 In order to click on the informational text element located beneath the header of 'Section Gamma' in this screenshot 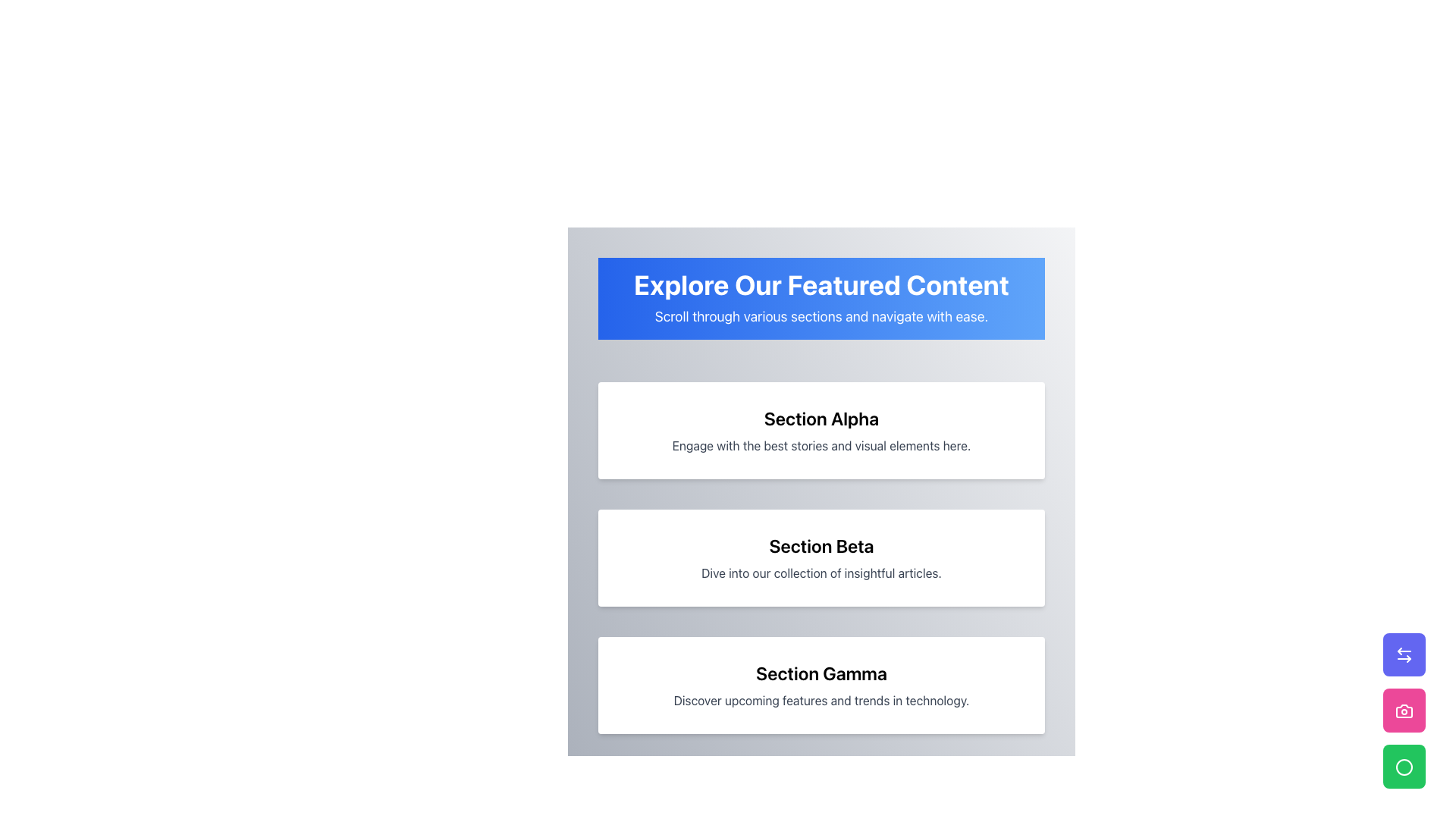, I will do `click(821, 701)`.